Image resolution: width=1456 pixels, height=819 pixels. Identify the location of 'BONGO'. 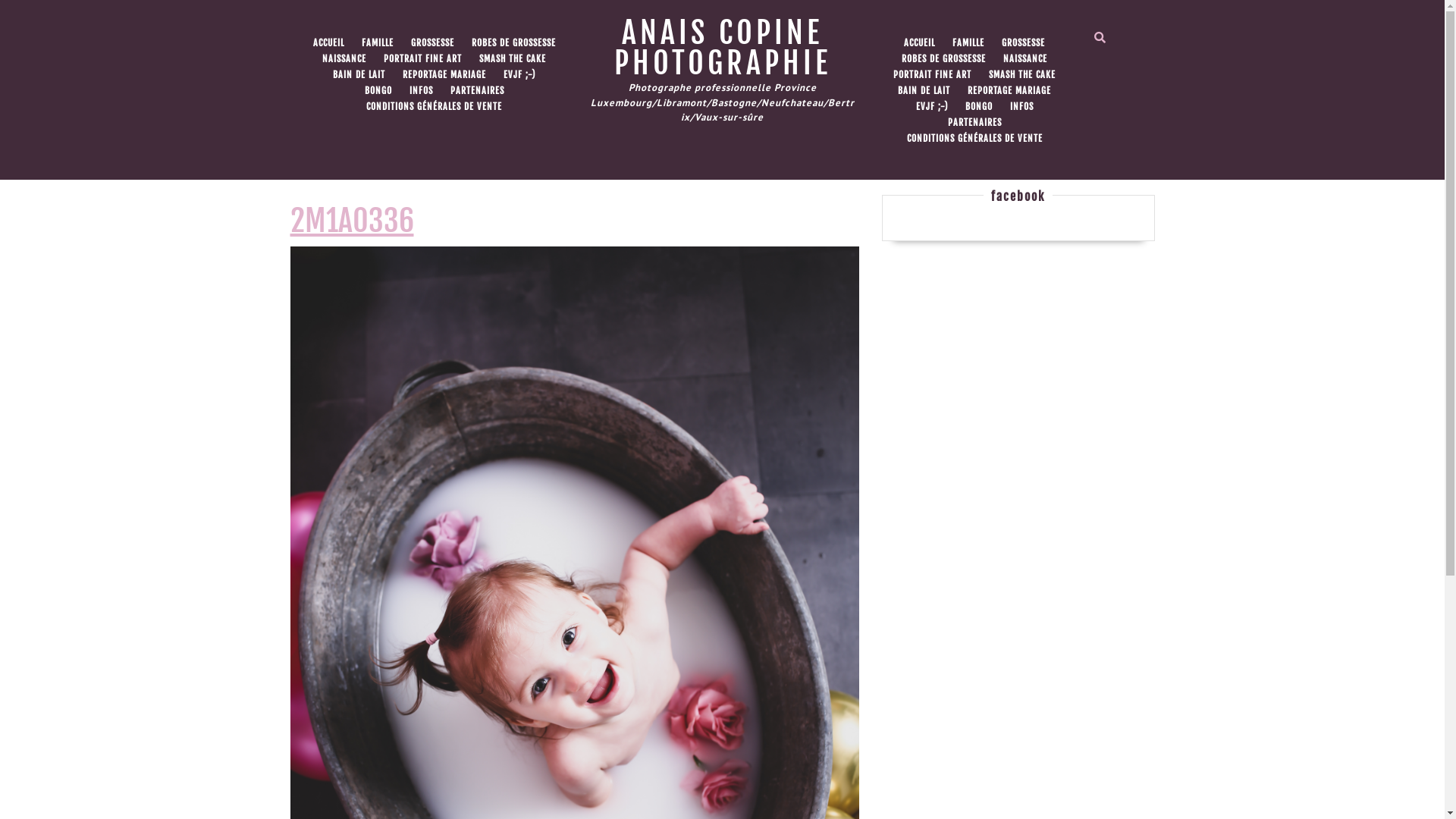
(378, 90).